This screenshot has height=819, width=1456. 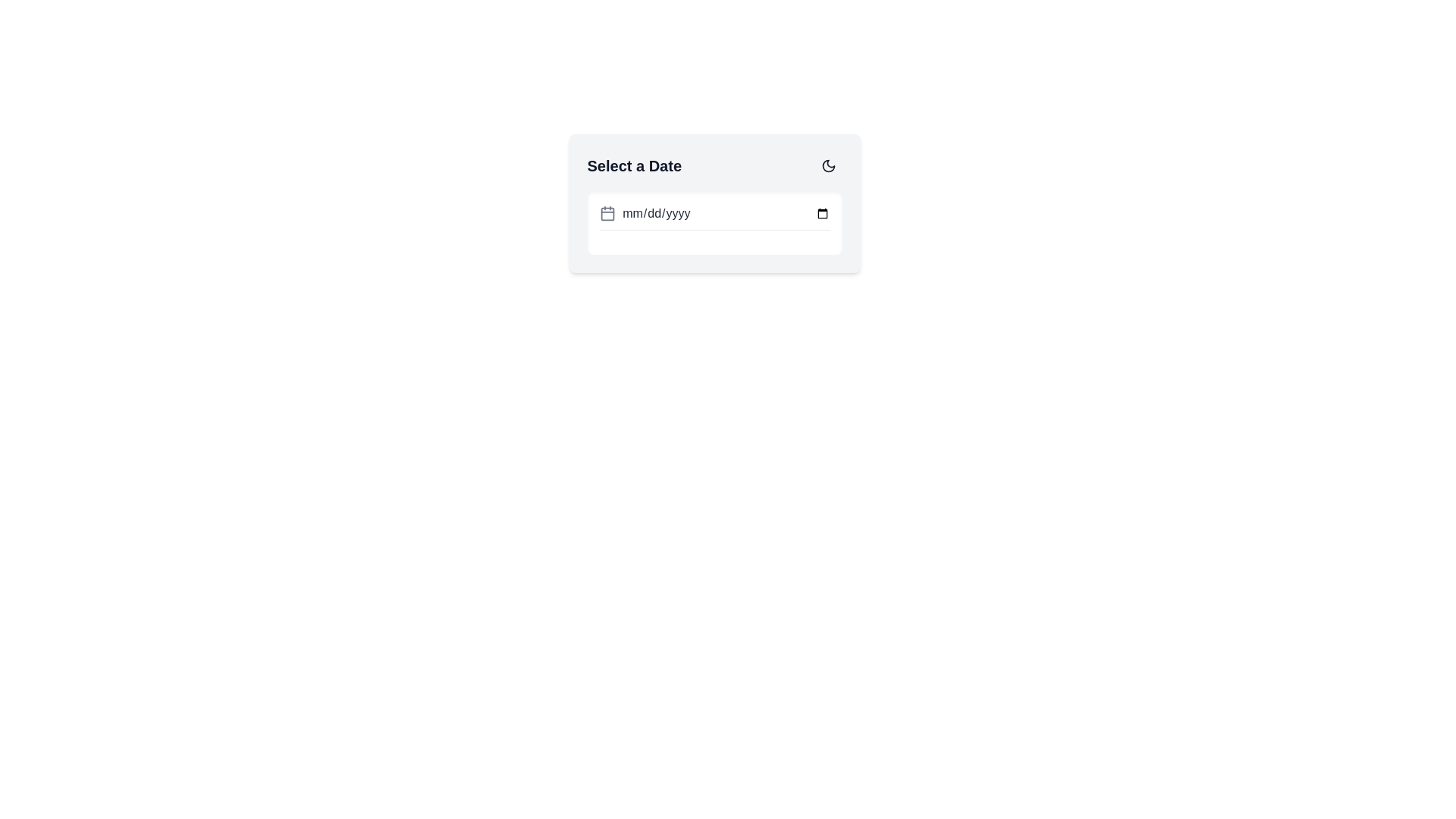 What do you see at coordinates (827, 166) in the screenshot?
I see `the moon icon in the top-right corner of the 'Select a Date' panel` at bounding box center [827, 166].